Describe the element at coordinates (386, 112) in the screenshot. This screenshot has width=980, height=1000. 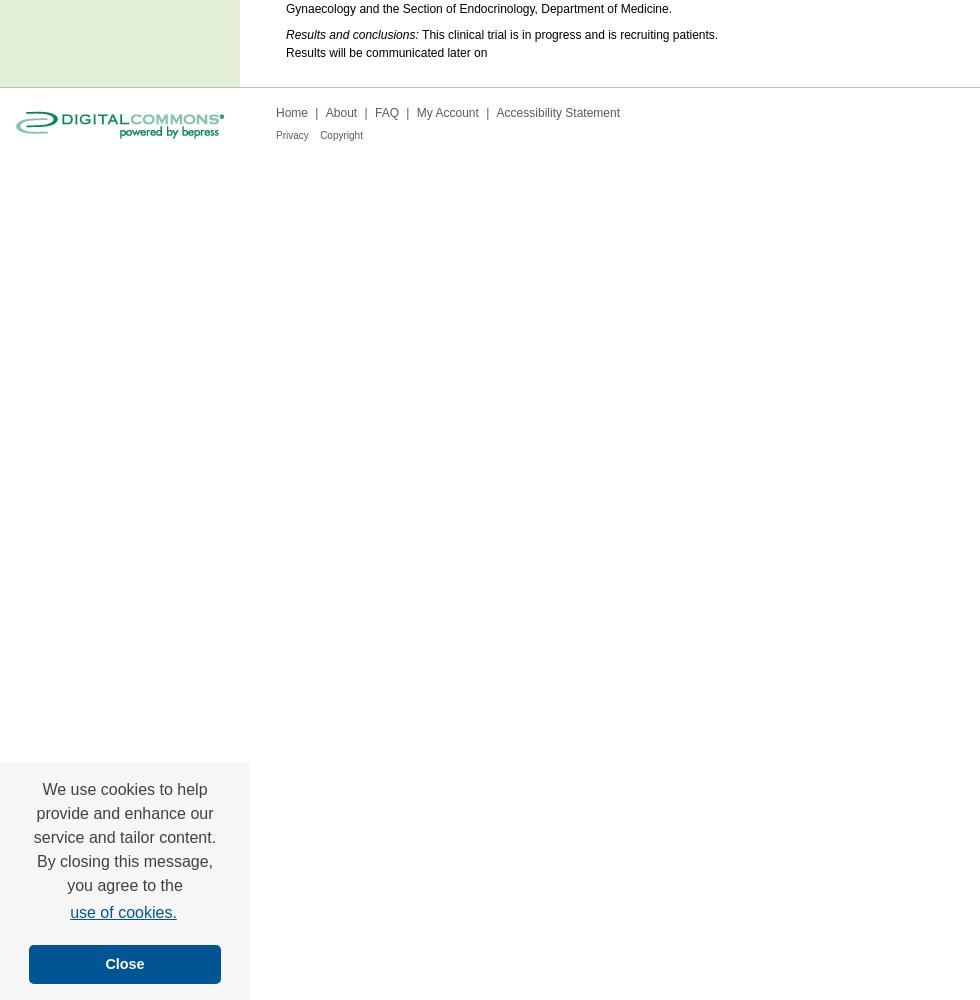
I see `'FAQ'` at that location.